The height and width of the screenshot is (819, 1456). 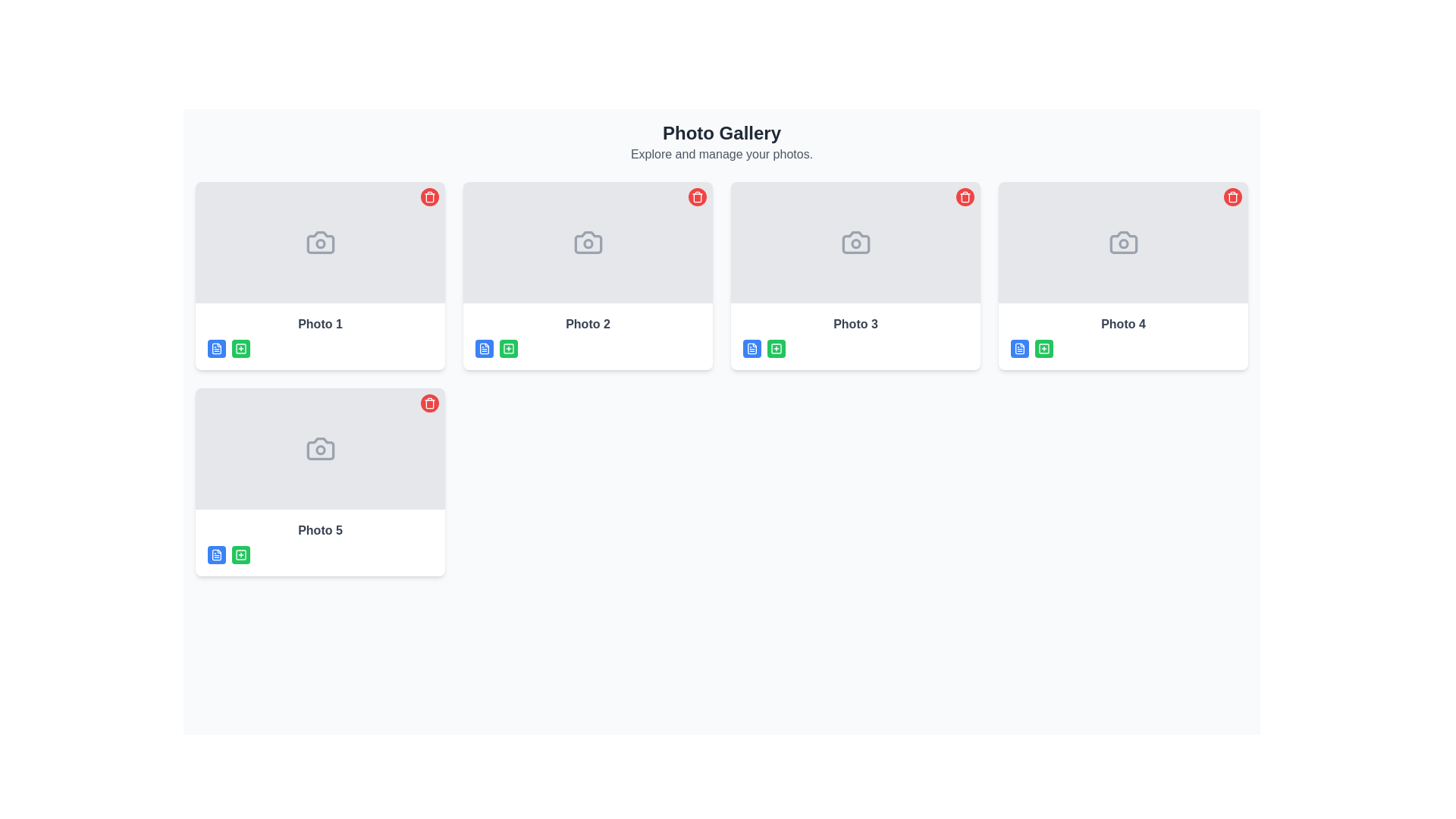 I want to click on the 'view details' icon located in the bottom-left corner of the first photo card, so click(x=216, y=348).